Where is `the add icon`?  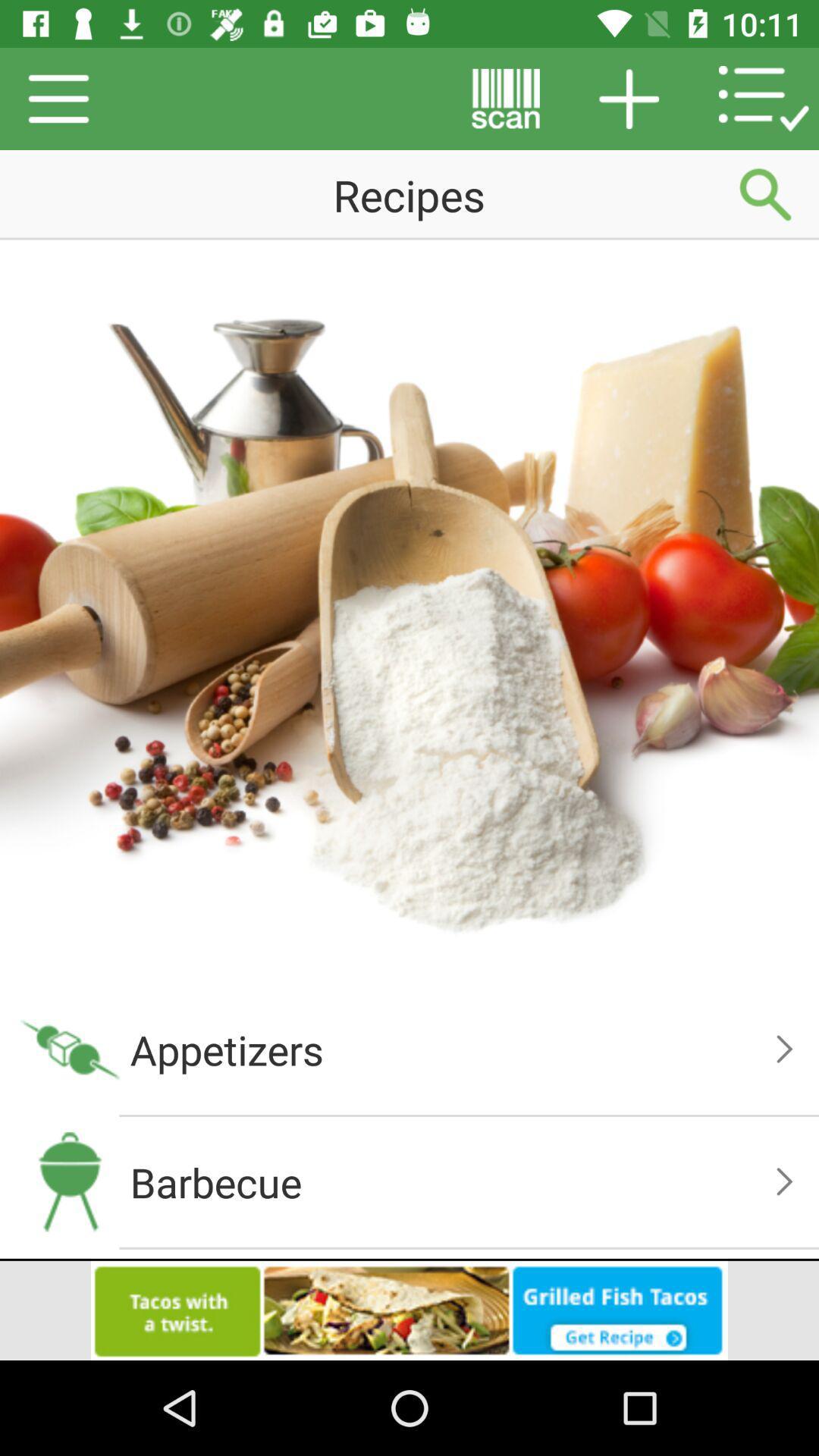 the add icon is located at coordinates (629, 98).